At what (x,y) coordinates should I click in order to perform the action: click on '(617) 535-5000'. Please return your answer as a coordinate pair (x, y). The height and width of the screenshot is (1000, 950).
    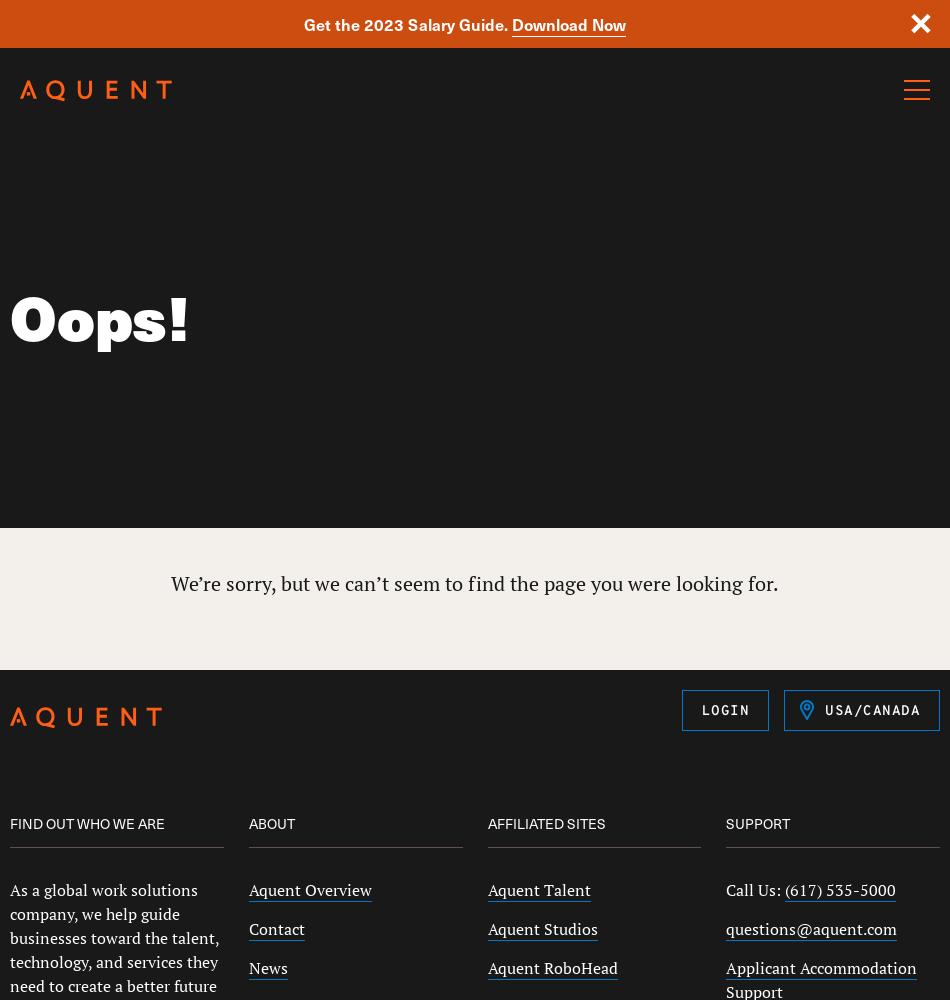
    Looking at the image, I should click on (839, 890).